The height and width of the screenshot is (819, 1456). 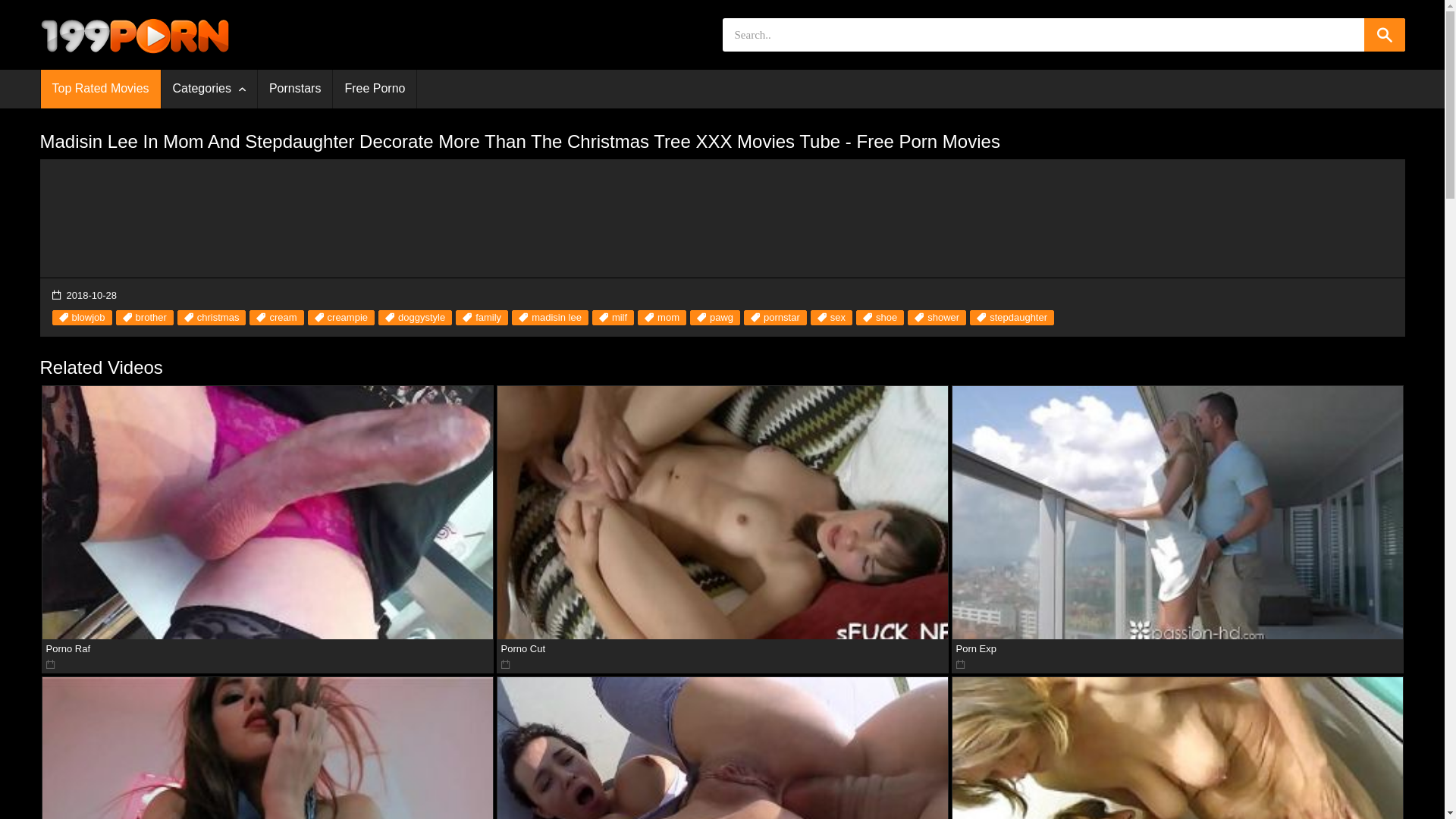 What do you see at coordinates (1012, 317) in the screenshot?
I see `'stepdaughter'` at bounding box center [1012, 317].